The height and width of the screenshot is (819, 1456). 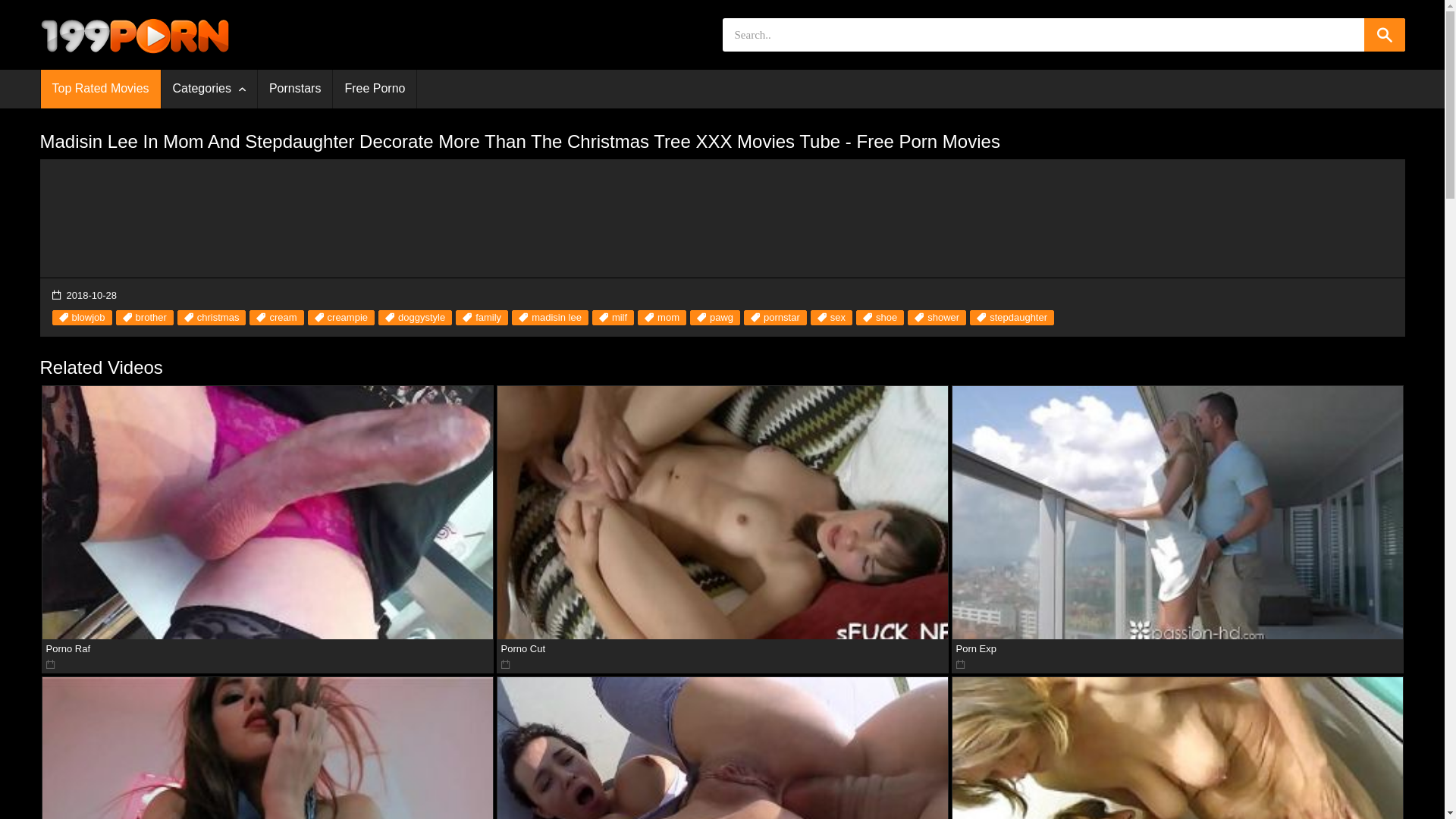 What do you see at coordinates (1012, 317) in the screenshot?
I see `'stepdaughter'` at bounding box center [1012, 317].